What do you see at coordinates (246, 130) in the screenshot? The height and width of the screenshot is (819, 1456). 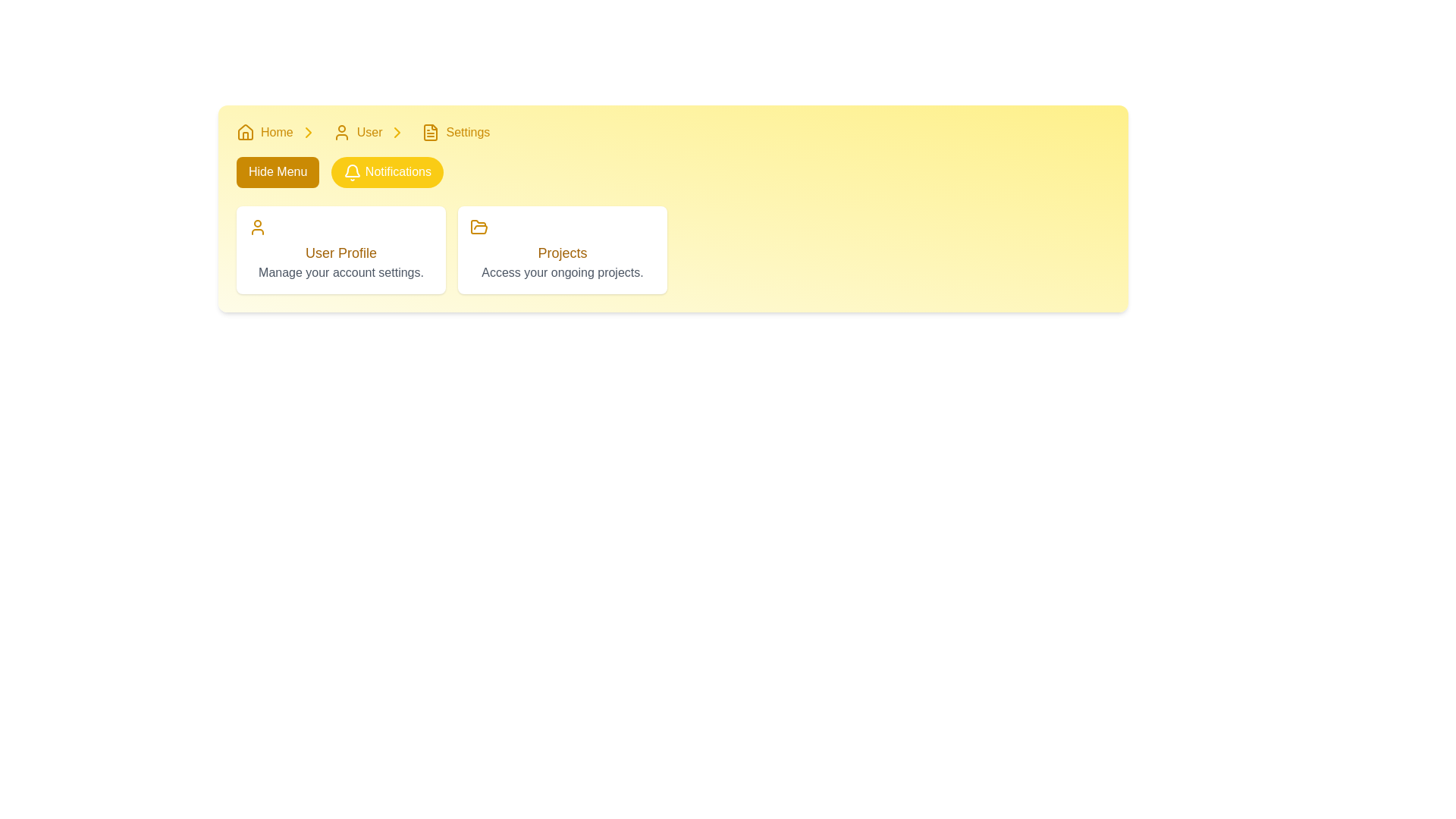 I see `the 'Home' icon located at the beginning of the breadcrumb navigation bar for navigation purposes` at bounding box center [246, 130].